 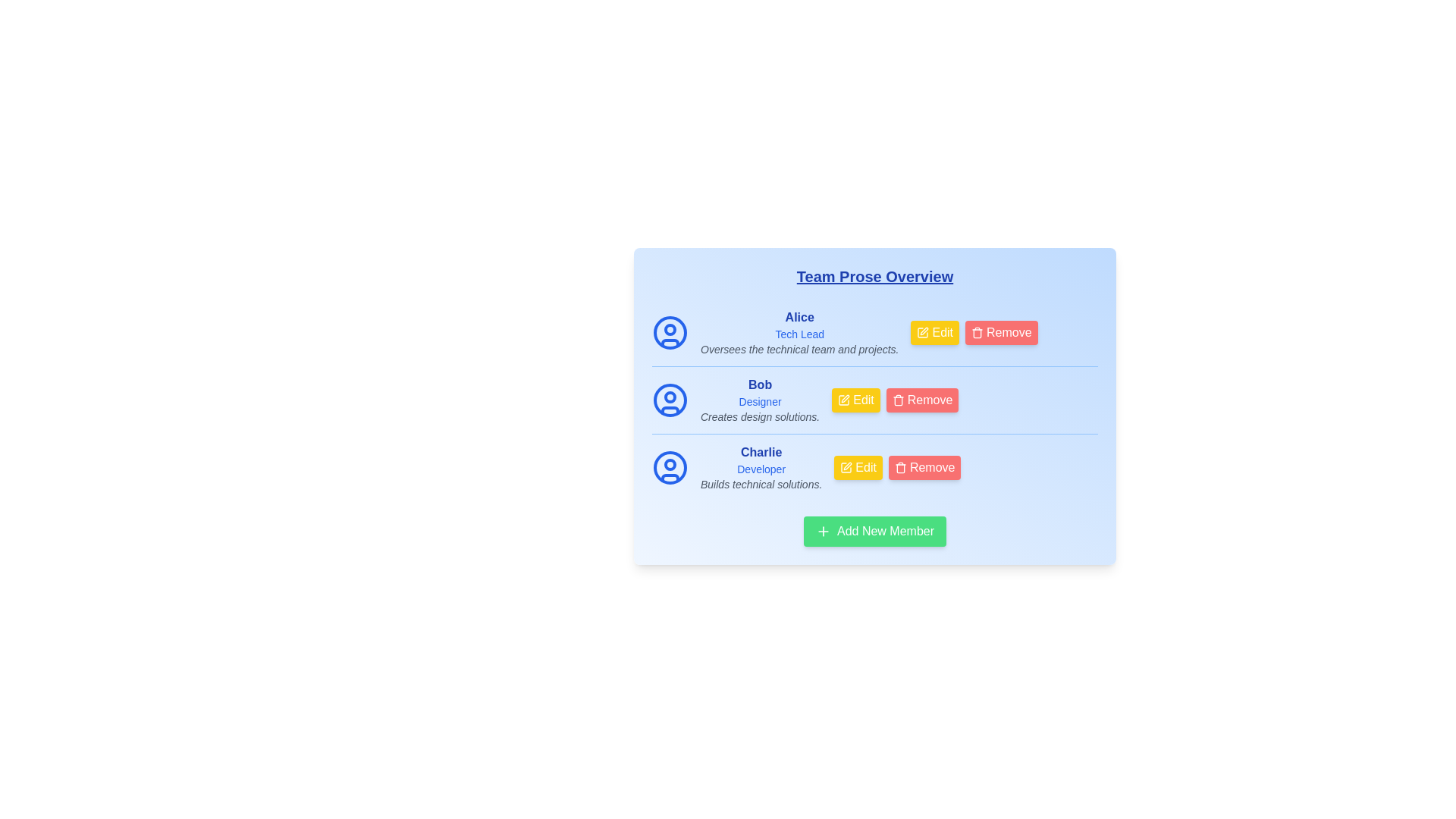 I want to click on the yellow 'Edit' button located in the interactive controls section for the team member named 'Charlie', so click(x=874, y=466).